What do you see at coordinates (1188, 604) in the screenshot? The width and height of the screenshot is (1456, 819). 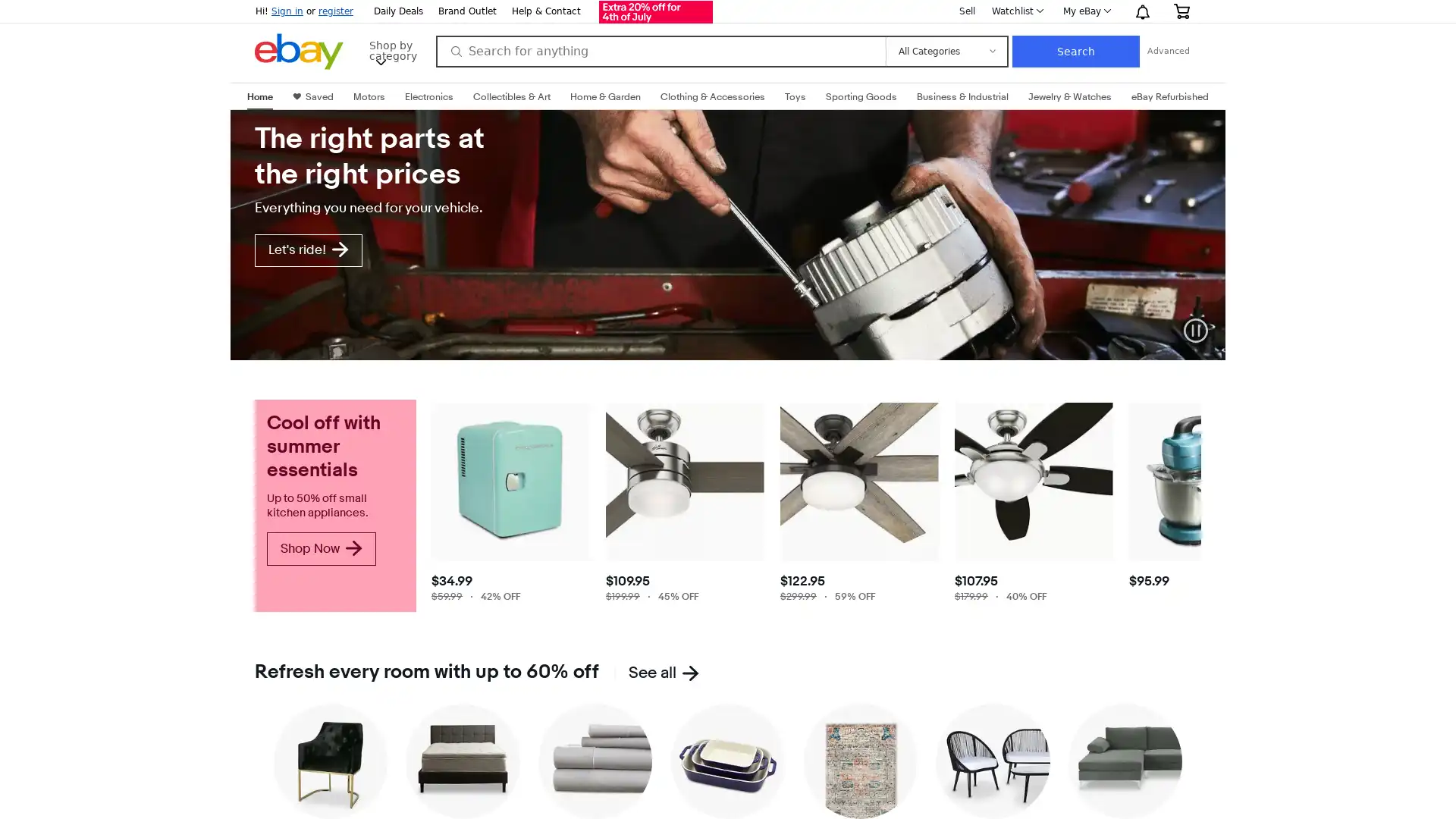 I see `Go to next slide - Cool off with summer essentials` at bounding box center [1188, 604].